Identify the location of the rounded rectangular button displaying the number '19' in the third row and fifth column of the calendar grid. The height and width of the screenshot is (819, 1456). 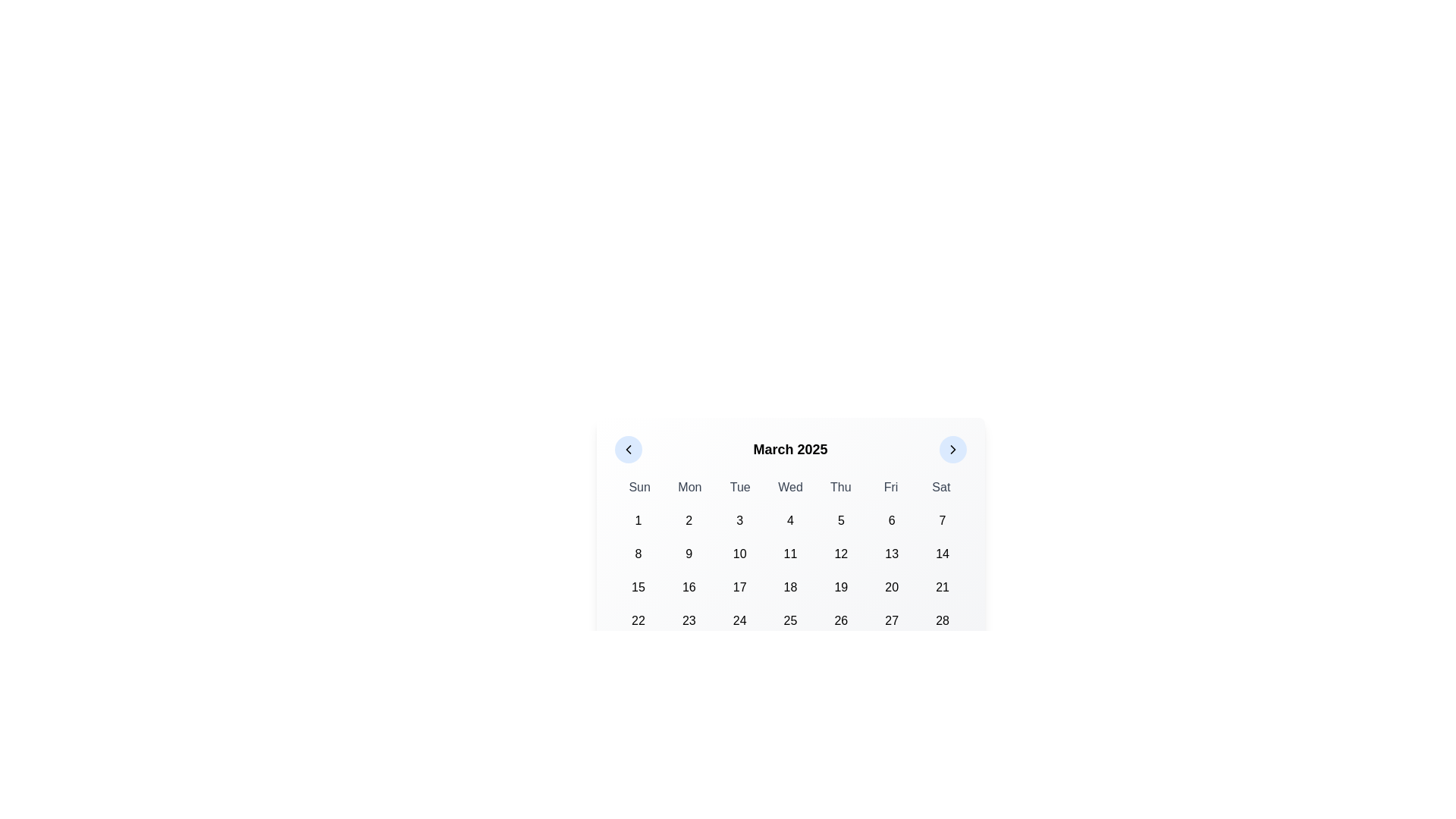
(840, 587).